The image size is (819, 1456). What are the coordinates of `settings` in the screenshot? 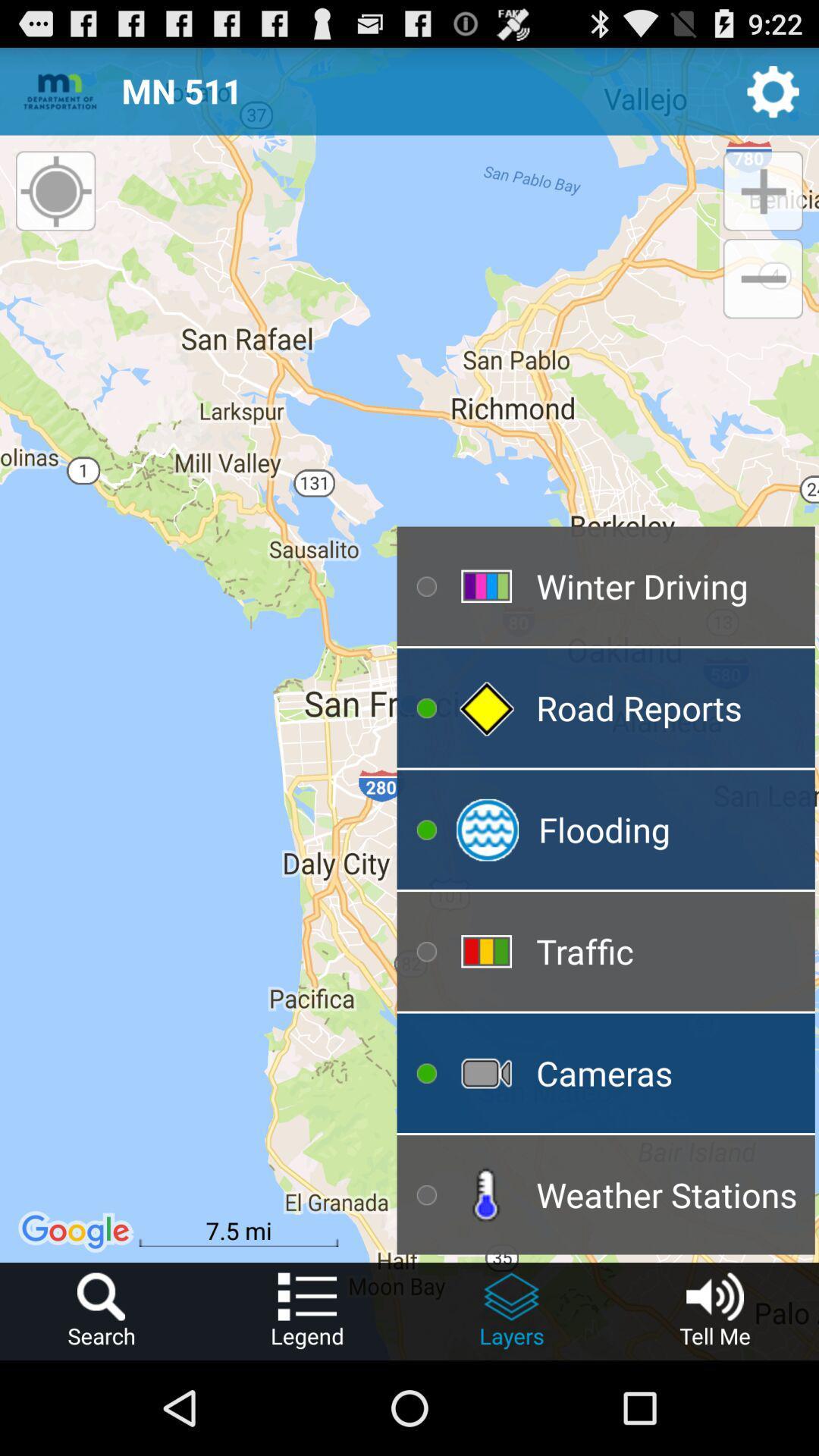 It's located at (773, 90).